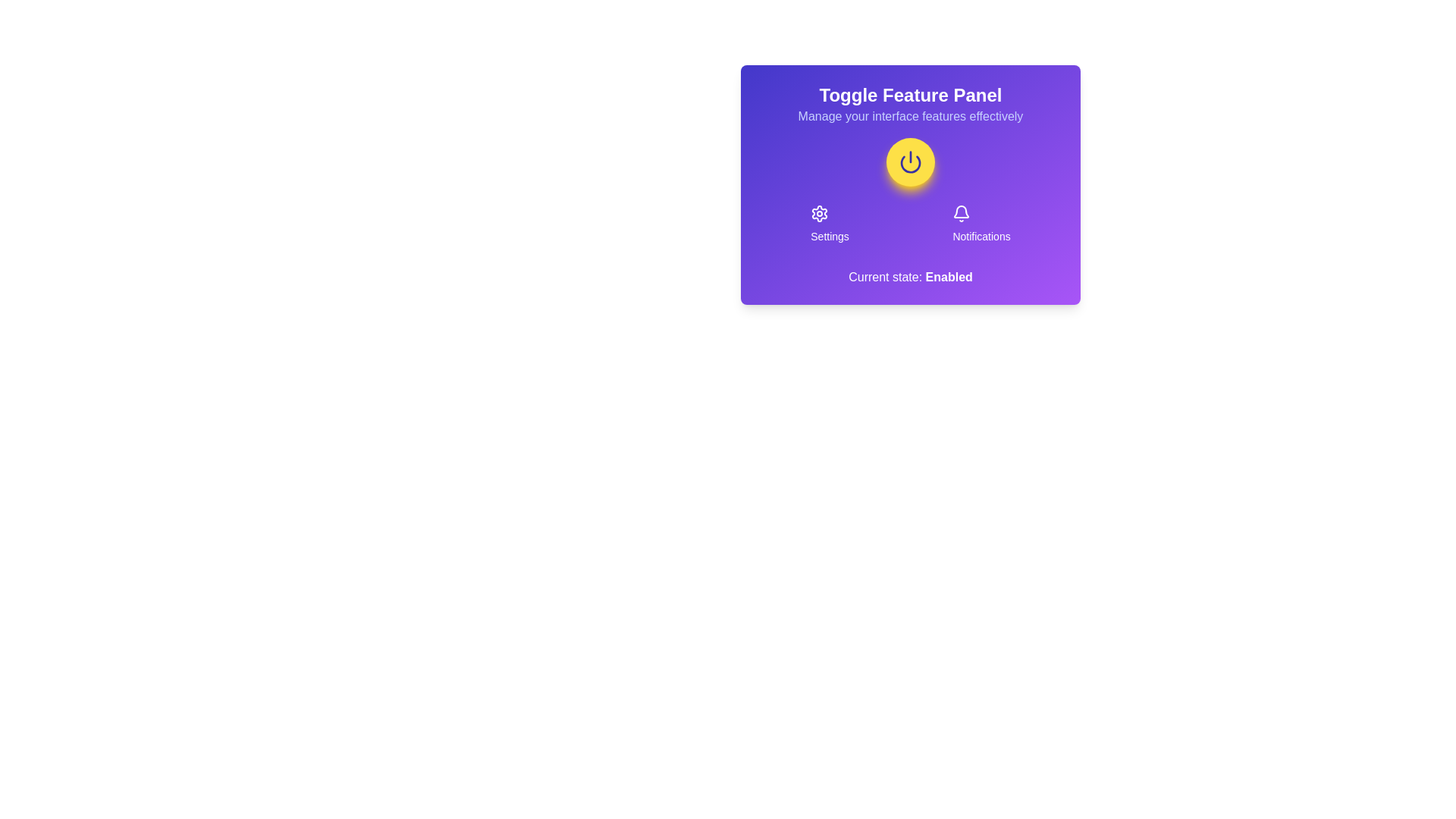  Describe the element at coordinates (819, 213) in the screenshot. I see `the gear icon representing settings, located near the bottom-left corner of the purple panel titled 'Toggle Feature Panel'` at that location.